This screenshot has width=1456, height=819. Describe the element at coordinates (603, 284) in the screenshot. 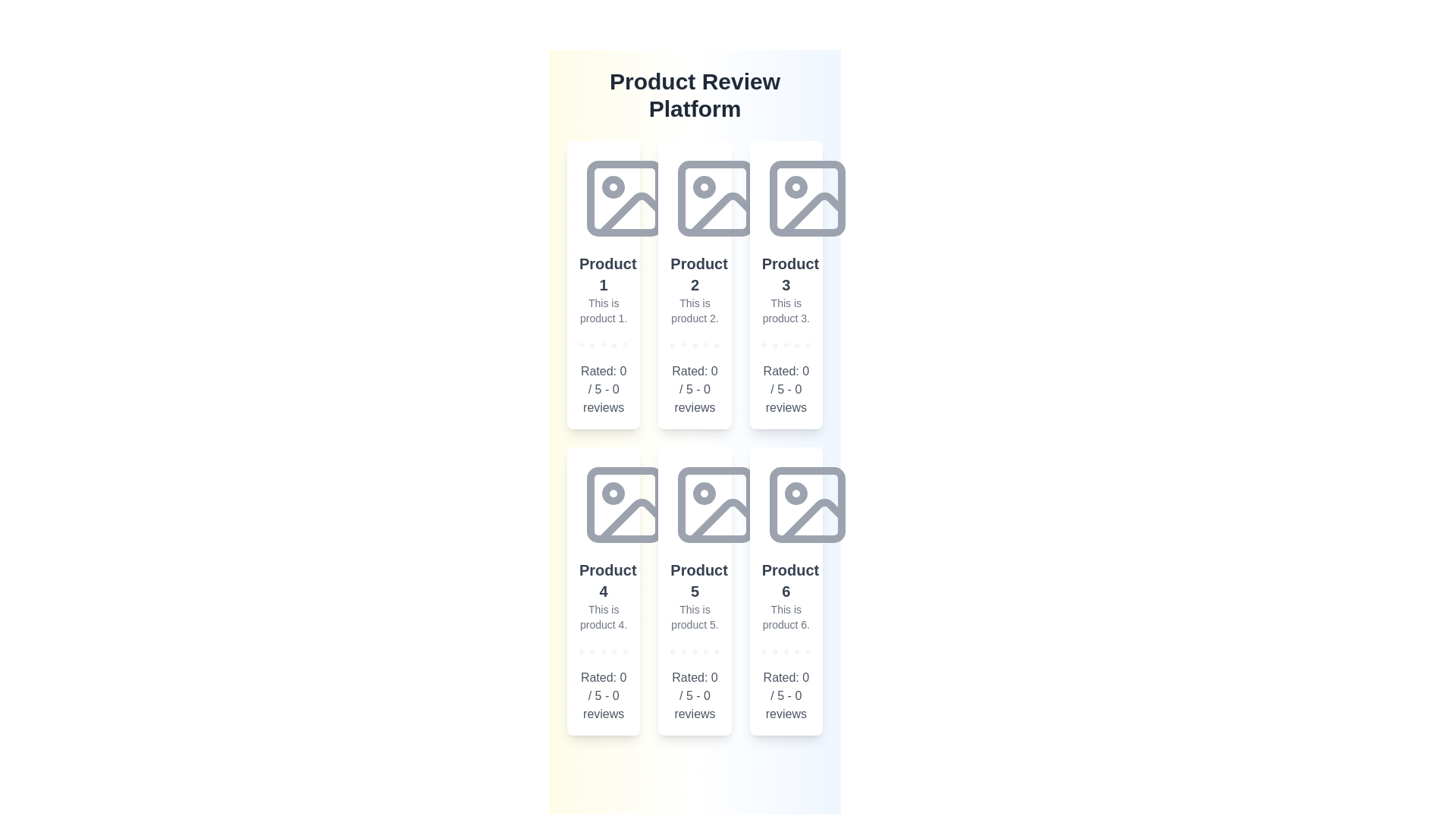

I see `the details of the product card Product 1` at that location.